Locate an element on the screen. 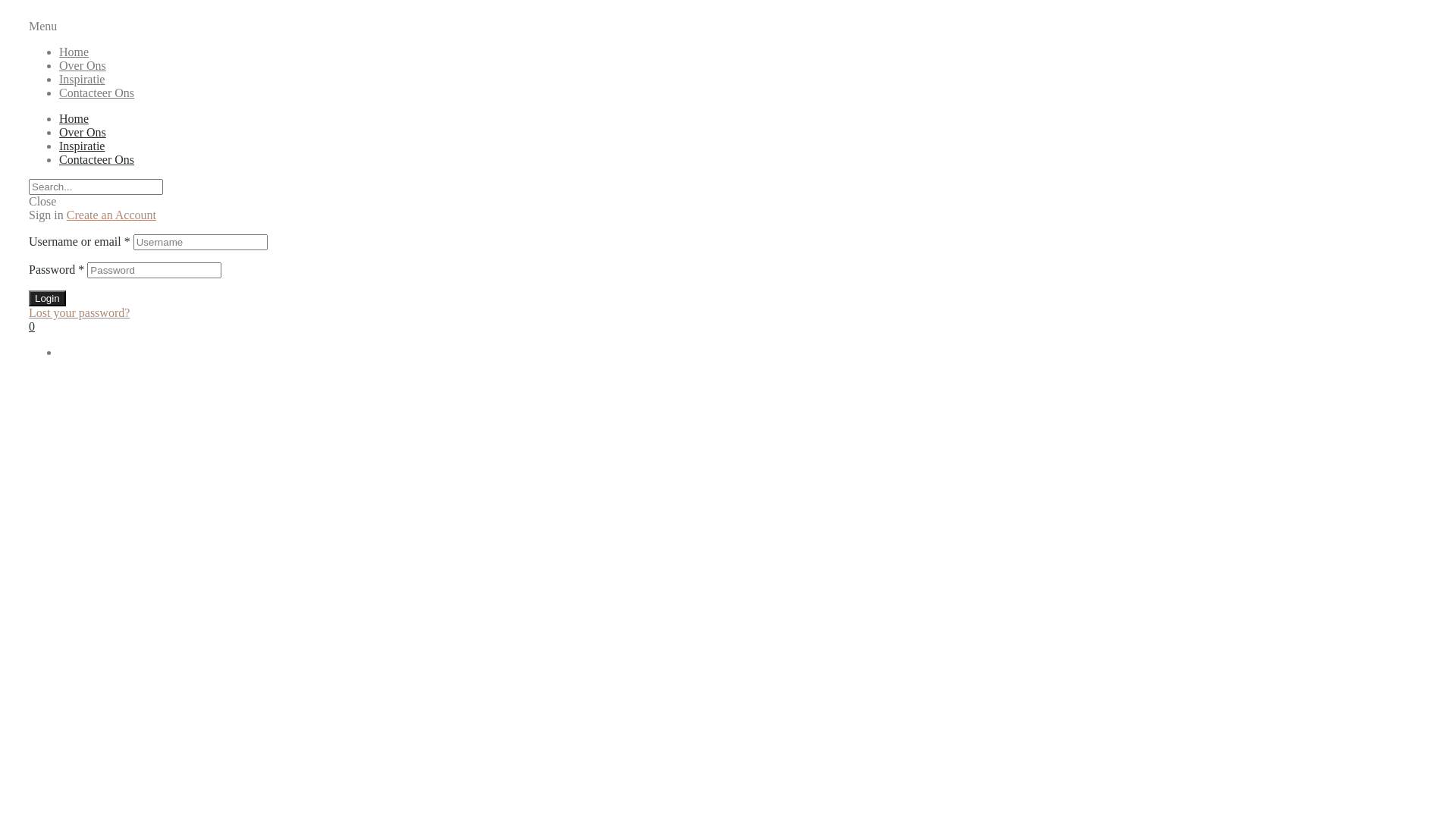  'Home' is located at coordinates (73, 118).